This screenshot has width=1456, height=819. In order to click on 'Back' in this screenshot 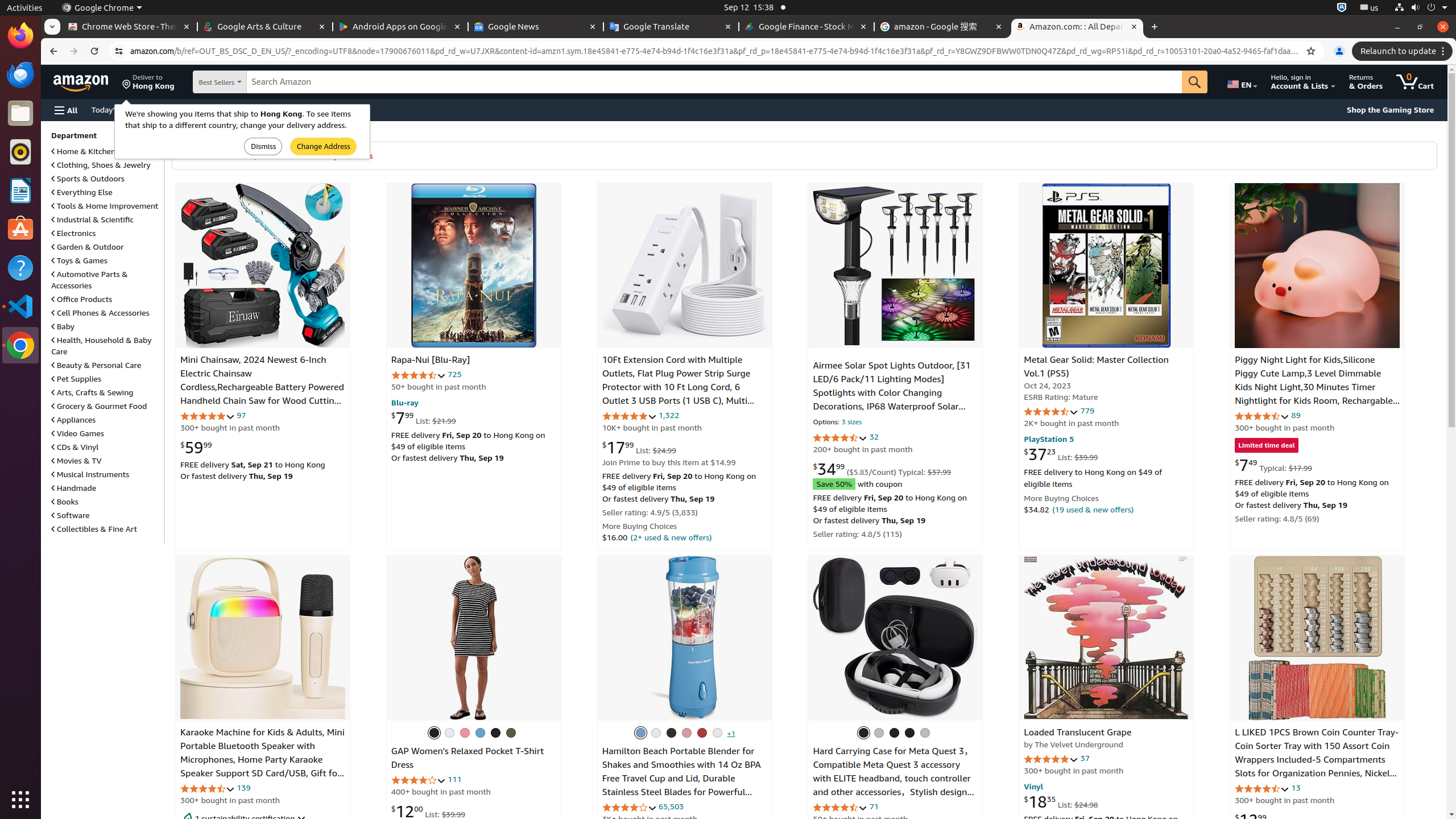, I will do `click(51, 51)`.